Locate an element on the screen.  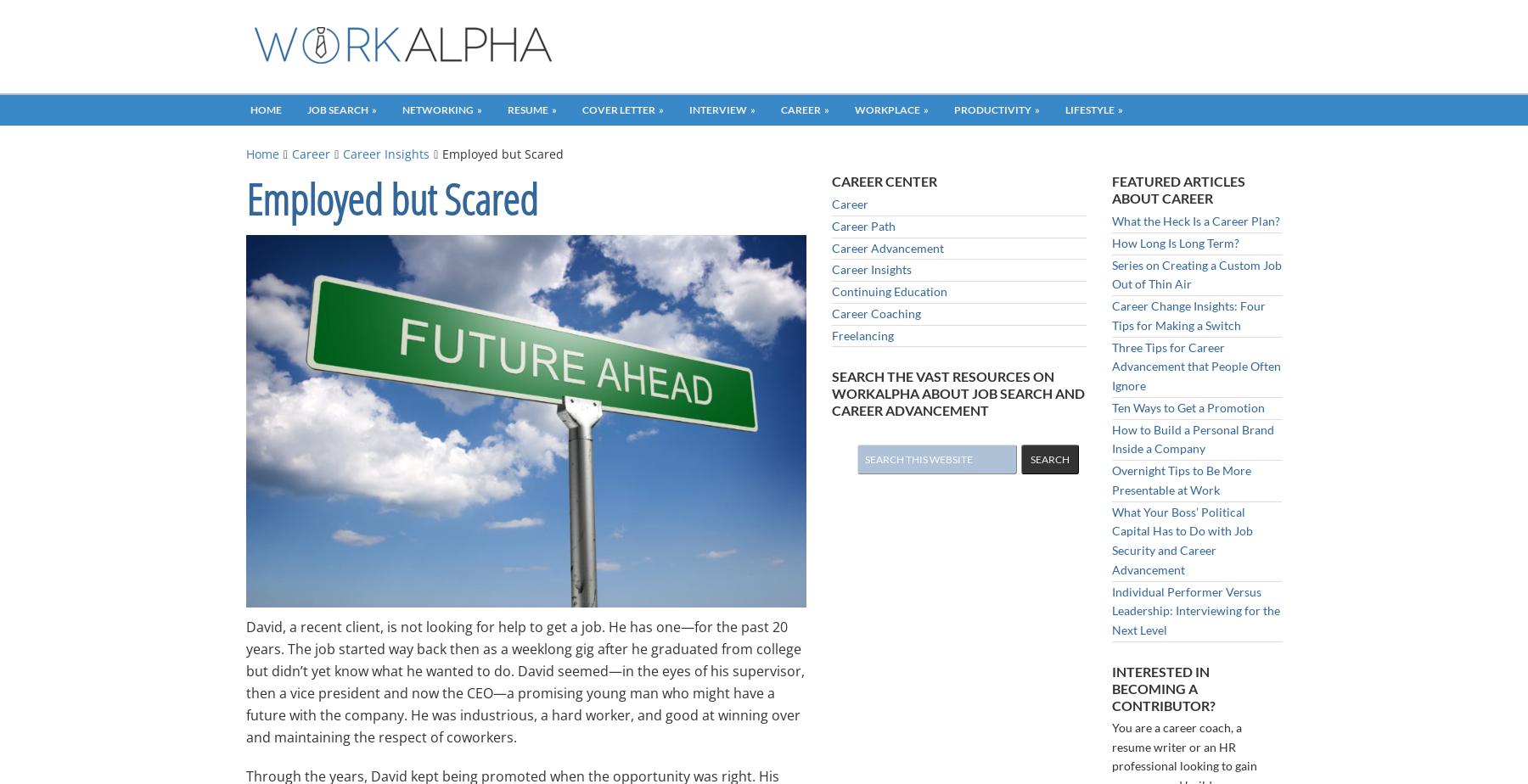
'David, a recent client, is not looking for help to get a job. He has one—for the past 20 years. The job started way back then as a weeklong gig after he graduated from college but didn’t yet know what he wanted to do. David seemed—in the eyes of his supervisor, then a vice president and now the CEO—a promising young man who might have a future with the company. He was industrious, a hard worker, and good at winning over and maintaining the respect of coworkers.' is located at coordinates (525, 681).